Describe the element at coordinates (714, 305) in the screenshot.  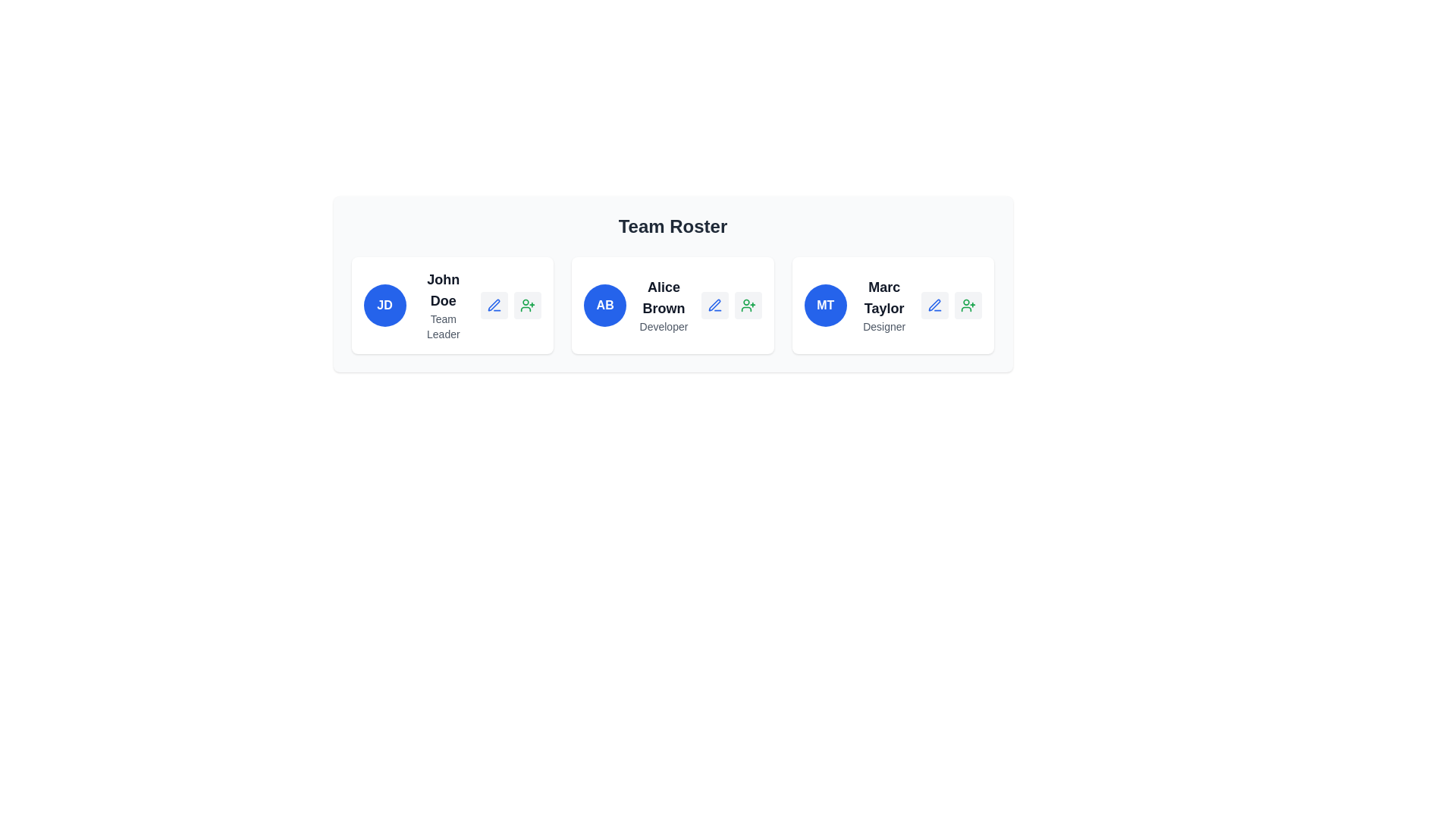
I see `the circular edit button with a pen icon located under the 'Alice Brown' profile in the team roster section to initiate an edit action` at that location.